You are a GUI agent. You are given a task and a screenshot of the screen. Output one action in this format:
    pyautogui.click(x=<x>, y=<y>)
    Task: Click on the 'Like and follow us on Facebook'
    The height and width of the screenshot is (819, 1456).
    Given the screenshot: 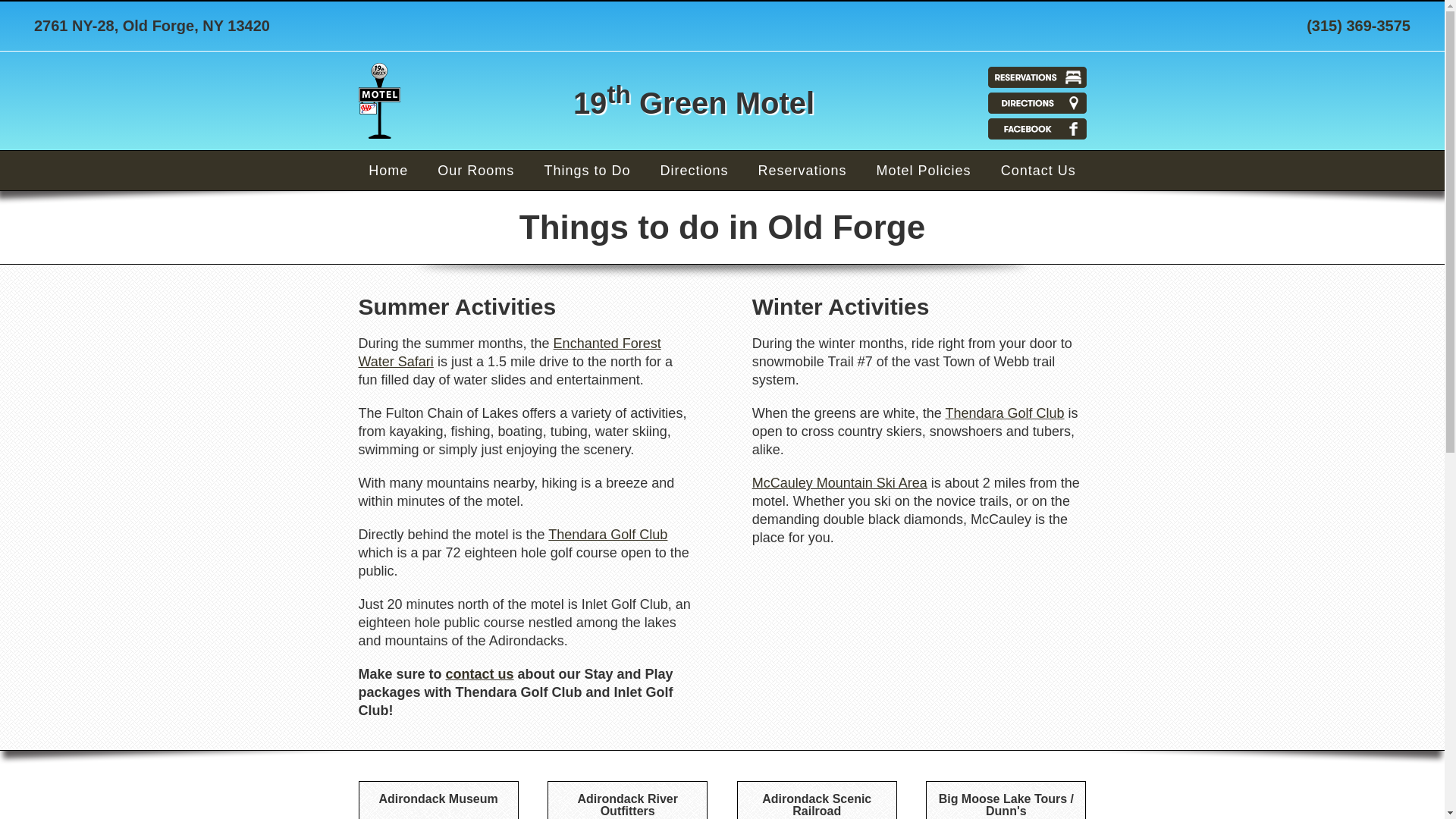 What is the action you would take?
    pyautogui.click(x=1036, y=127)
    